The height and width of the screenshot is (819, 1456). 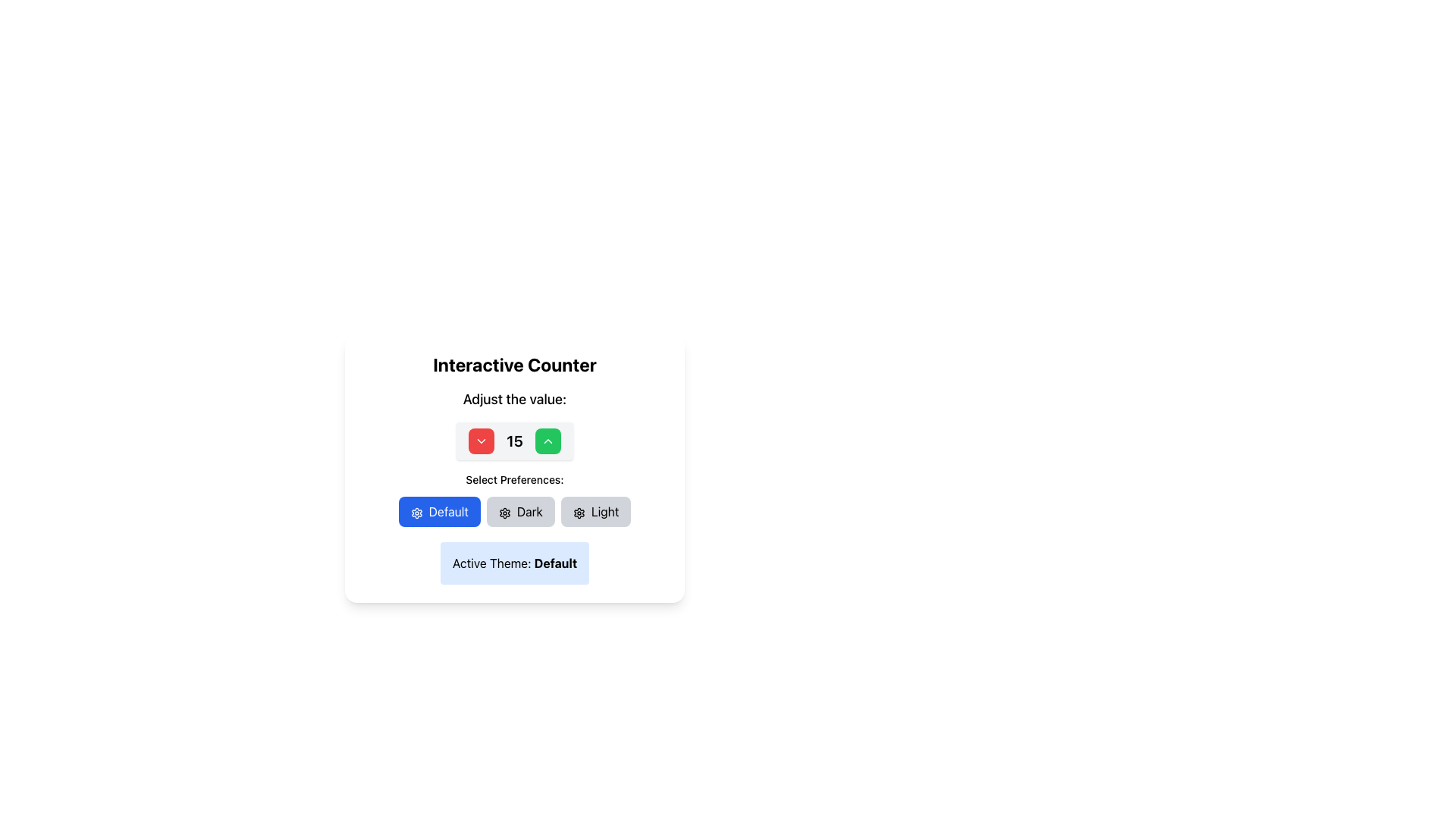 I want to click on the text label displaying the currently active theme, which reads 'Default', located under the blue-bordered section for theme selection, so click(x=554, y=563).